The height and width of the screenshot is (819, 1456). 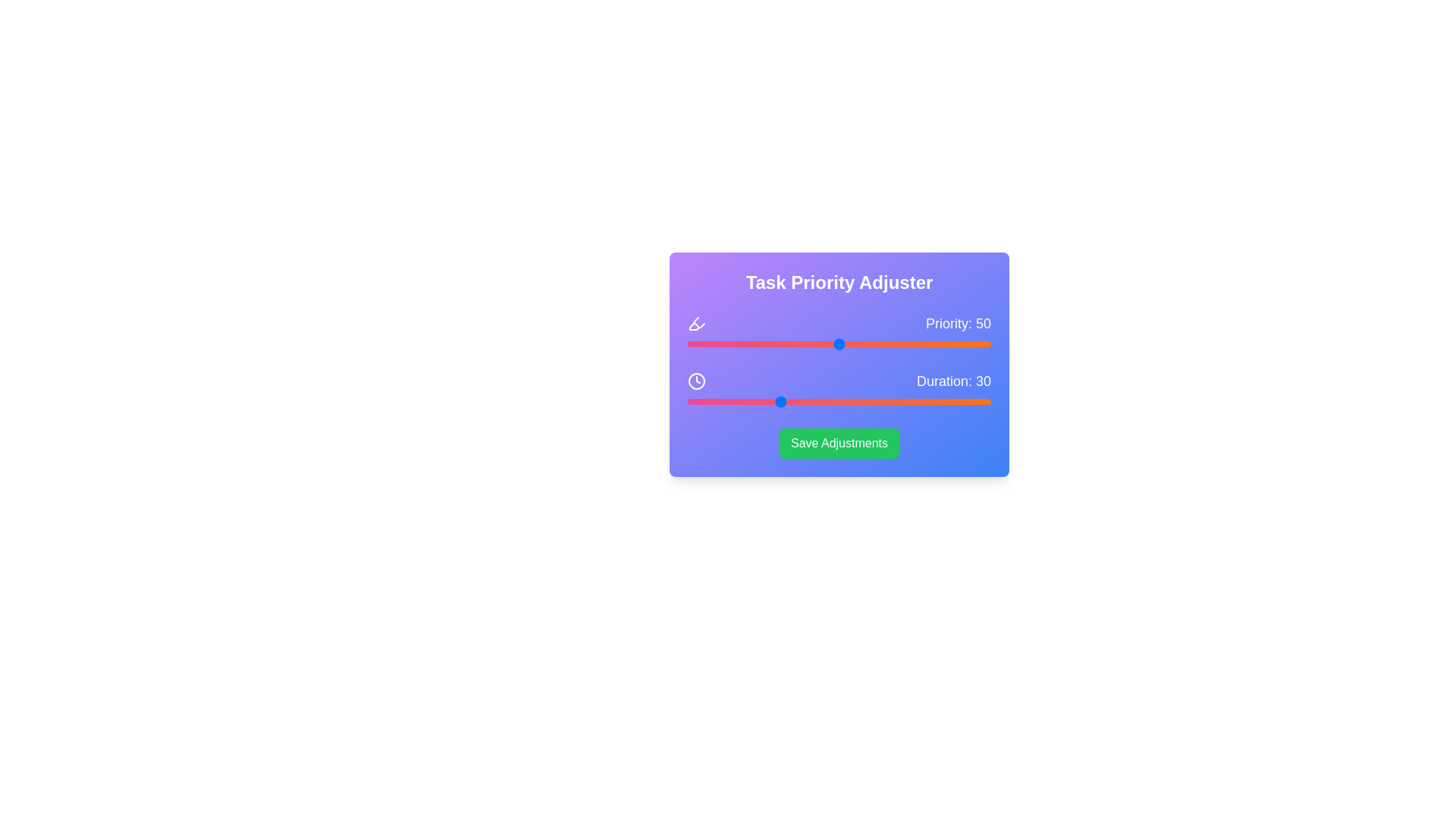 What do you see at coordinates (733, 344) in the screenshot?
I see `the priority slider to set its value to 15` at bounding box center [733, 344].